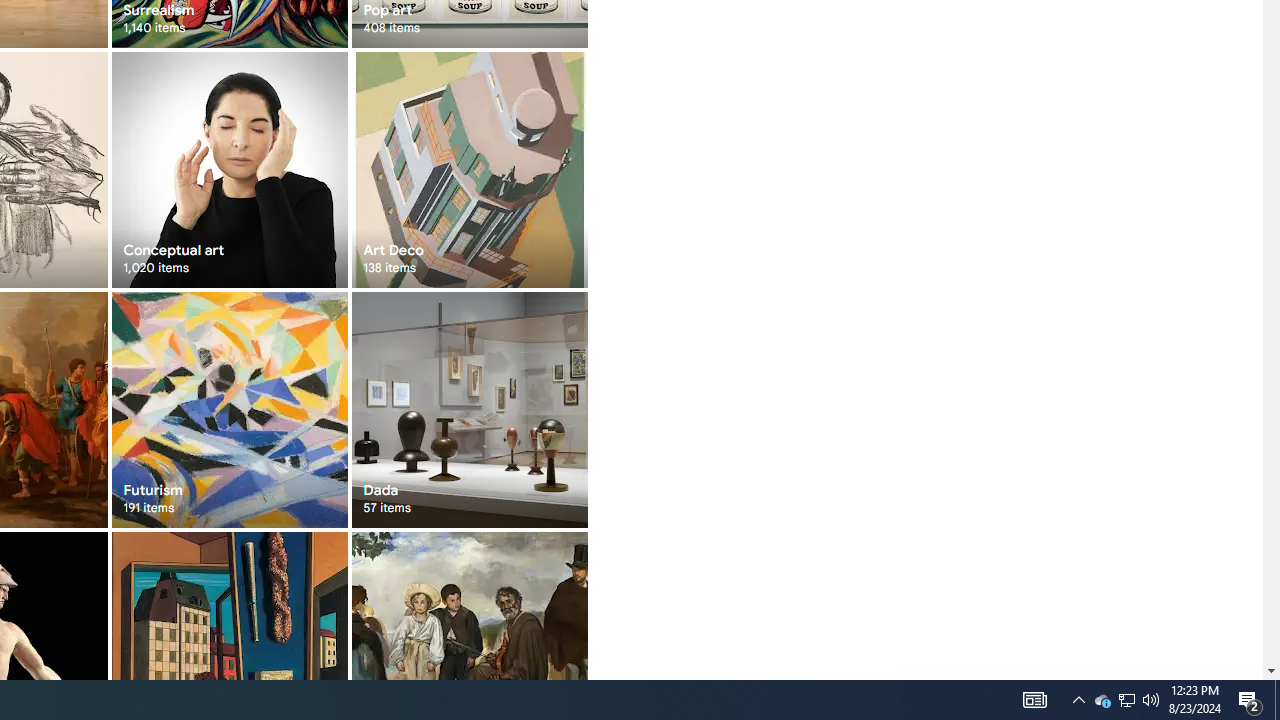  Describe the element at coordinates (229, 409) in the screenshot. I see `'Futurism 191 items'` at that location.